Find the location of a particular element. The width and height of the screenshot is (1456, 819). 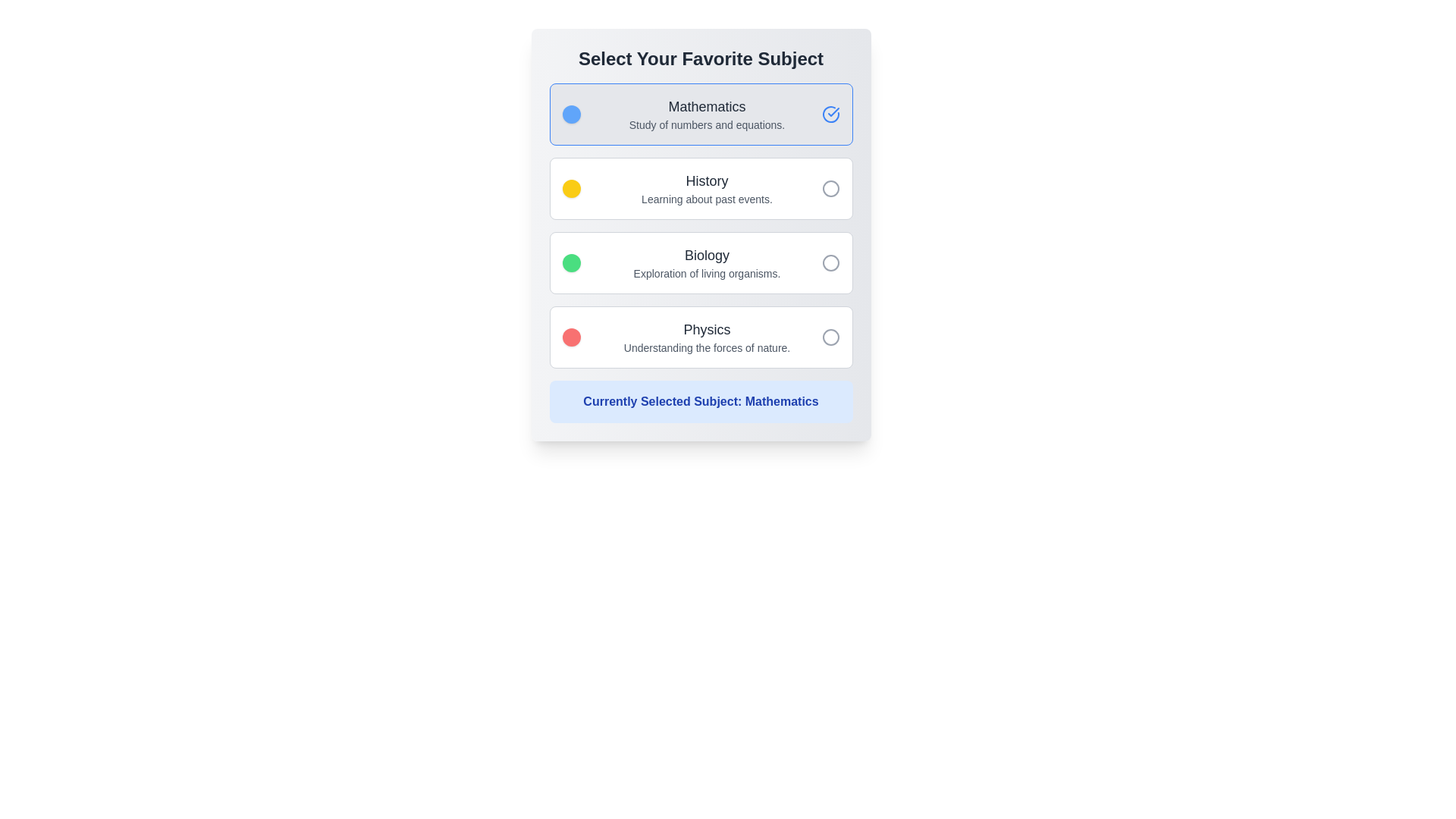

the 'History' text label within the selectable options in the 'Select Your Favorite Subject' panel is located at coordinates (706, 188).